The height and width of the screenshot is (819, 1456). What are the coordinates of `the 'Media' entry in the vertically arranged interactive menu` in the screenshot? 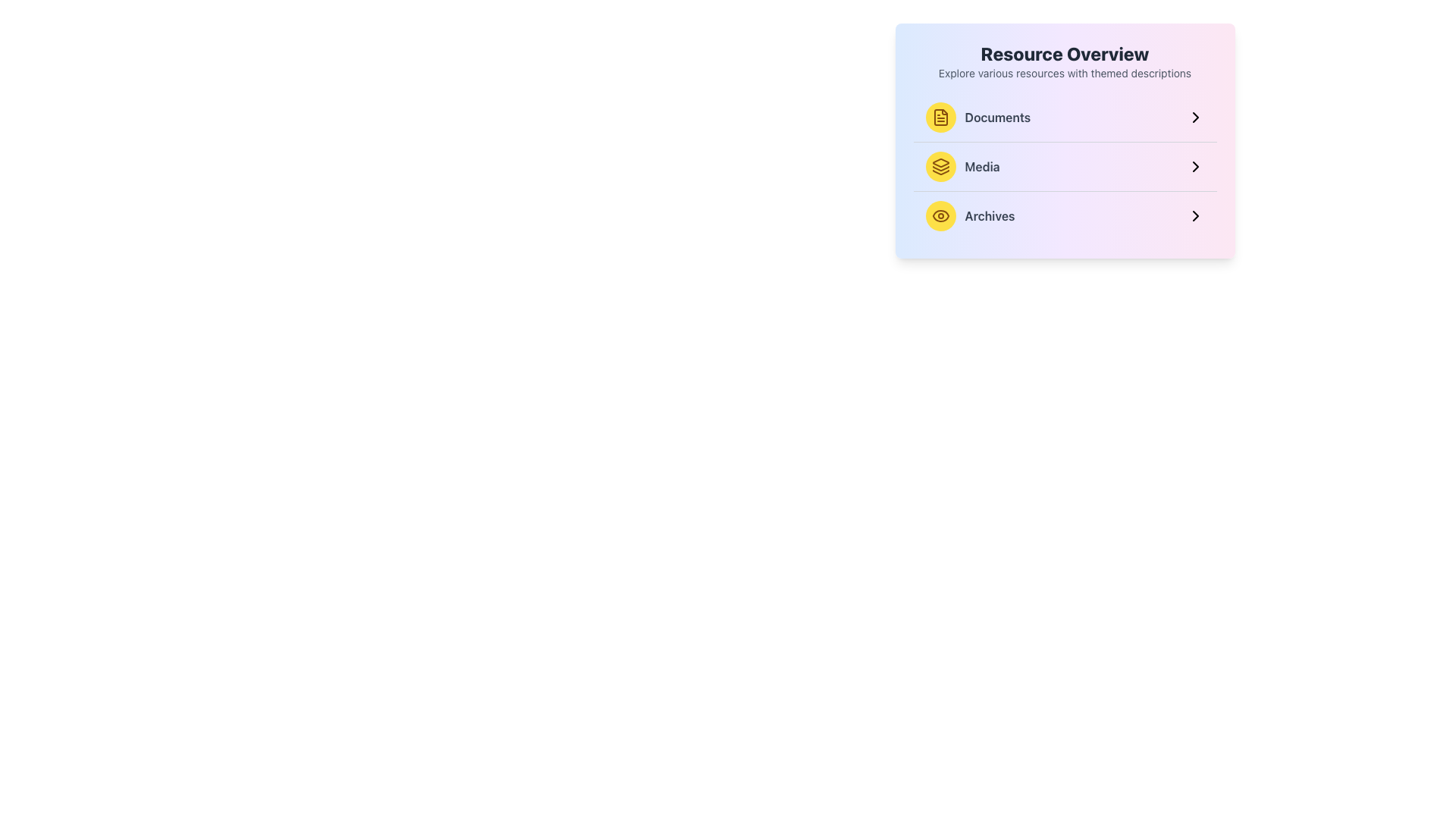 It's located at (1064, 166).